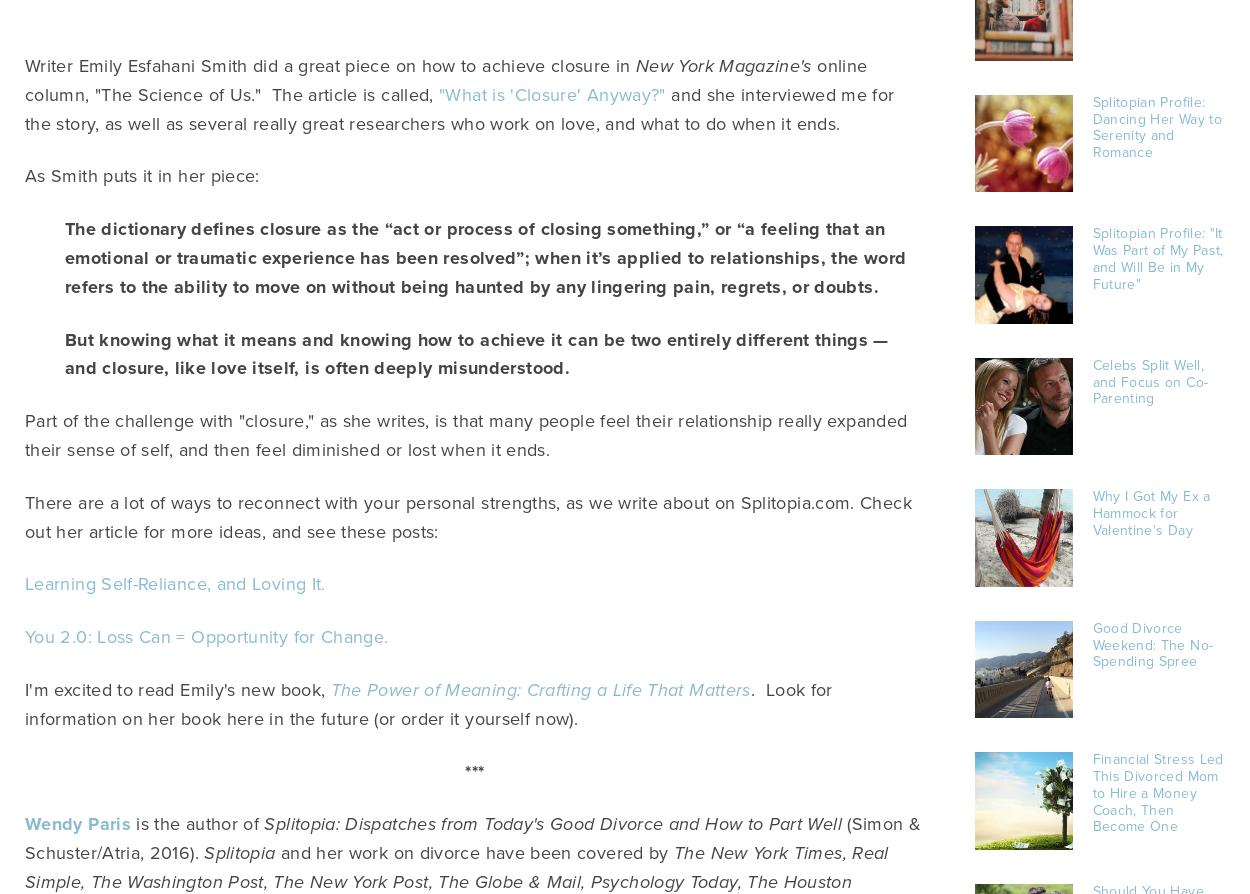 The width and height of the screenshot is (1250, 894). Describe the element at coordinates (555, 822) in the screenshot. I see `'Splitopia: Dispatches from Today's Good Divorce and How to Part Well'` at that location.